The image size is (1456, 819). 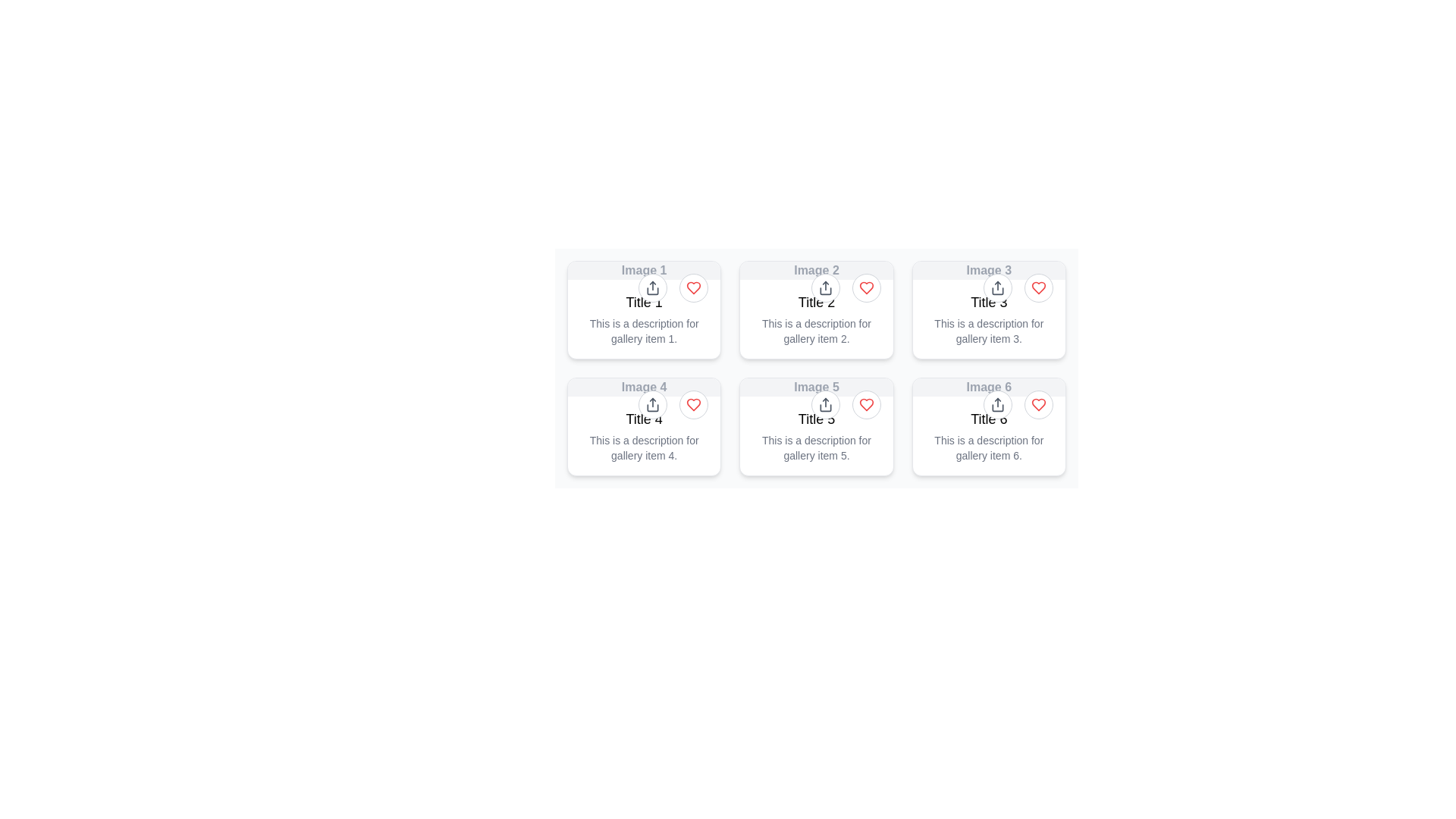 I want to click on the static text label that serves as the title for gallery item 5, positioned above the description text, so click(x=815, y=419).